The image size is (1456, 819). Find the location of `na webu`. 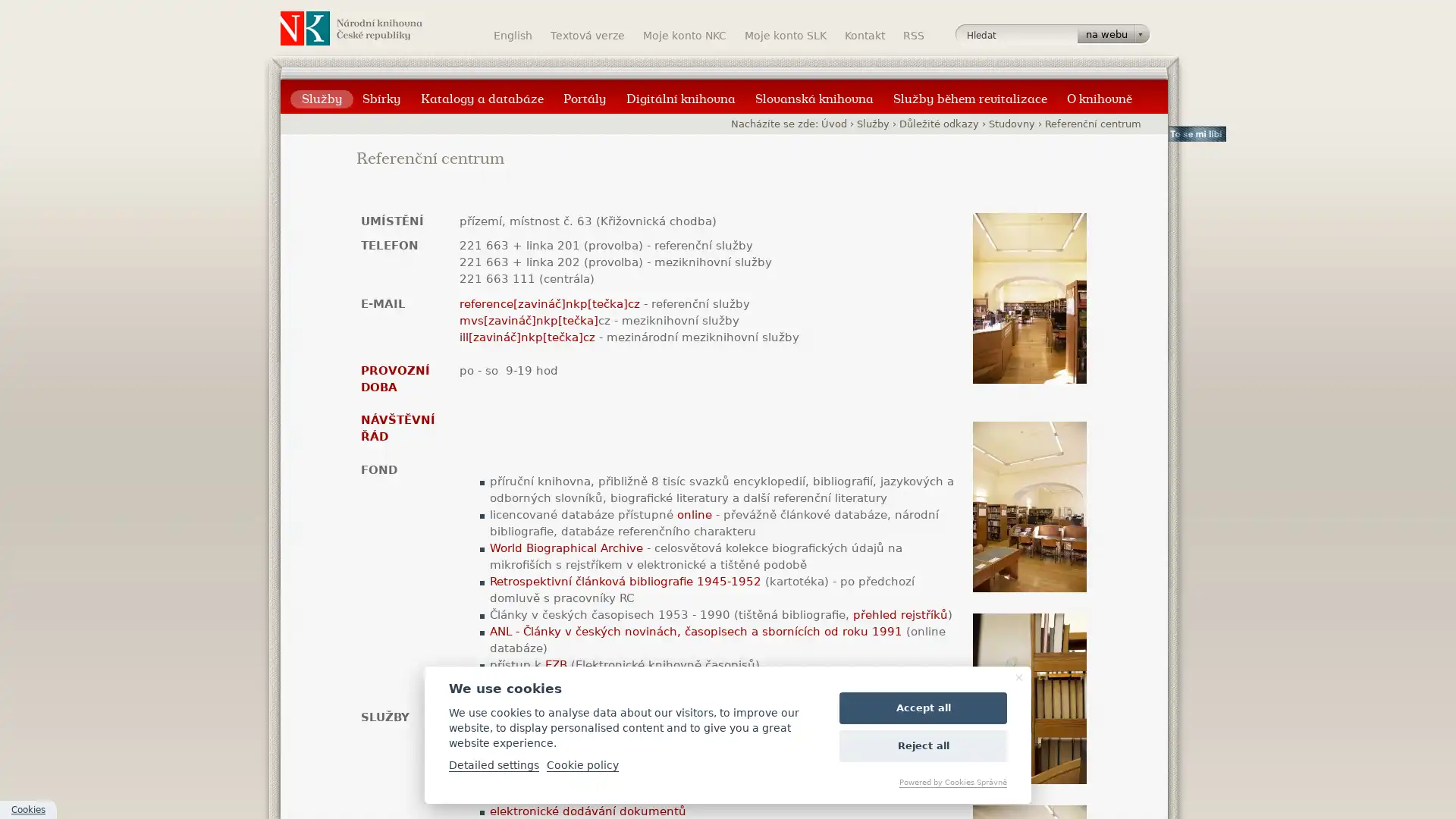

na webu is located at coordinates (1106, 34).